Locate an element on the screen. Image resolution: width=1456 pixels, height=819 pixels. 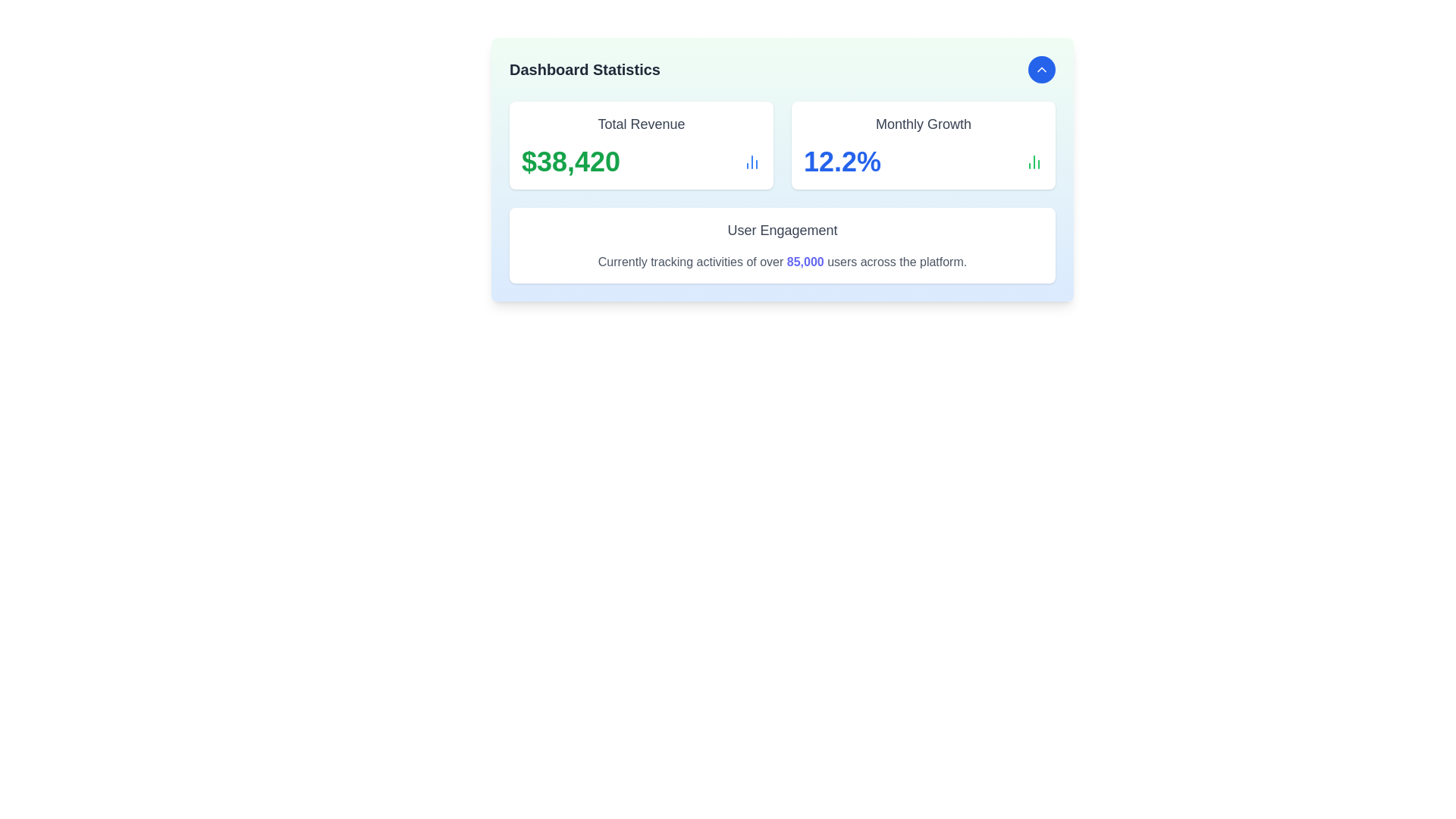
the prominent numerical display '12.2%' in bold, large, vibrant blue font located in the top-right section of the 'Monthly Growth' card module is located at coordinates (842, 162).